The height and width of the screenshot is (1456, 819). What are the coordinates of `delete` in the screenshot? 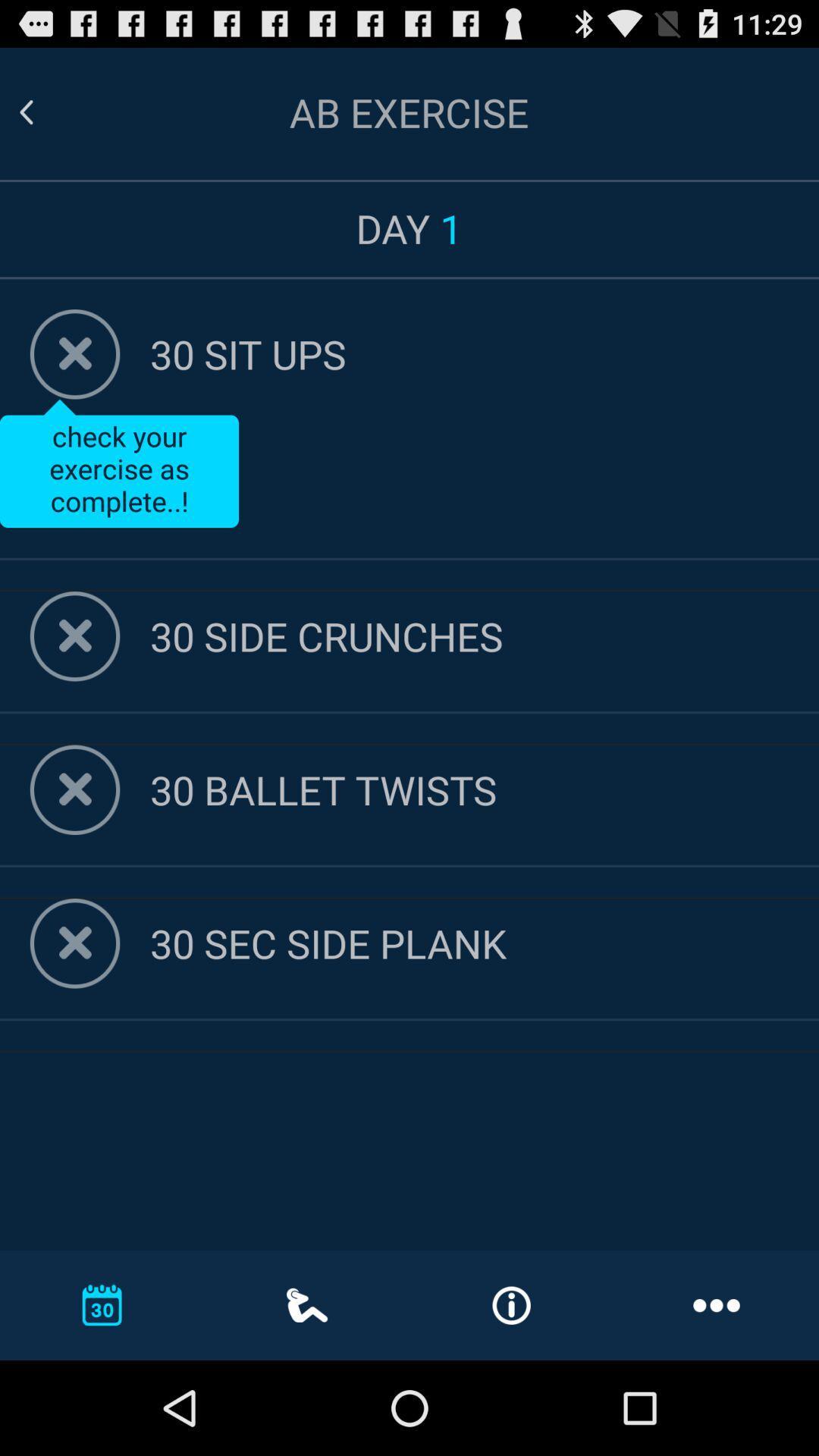 It's located at (75, 789).